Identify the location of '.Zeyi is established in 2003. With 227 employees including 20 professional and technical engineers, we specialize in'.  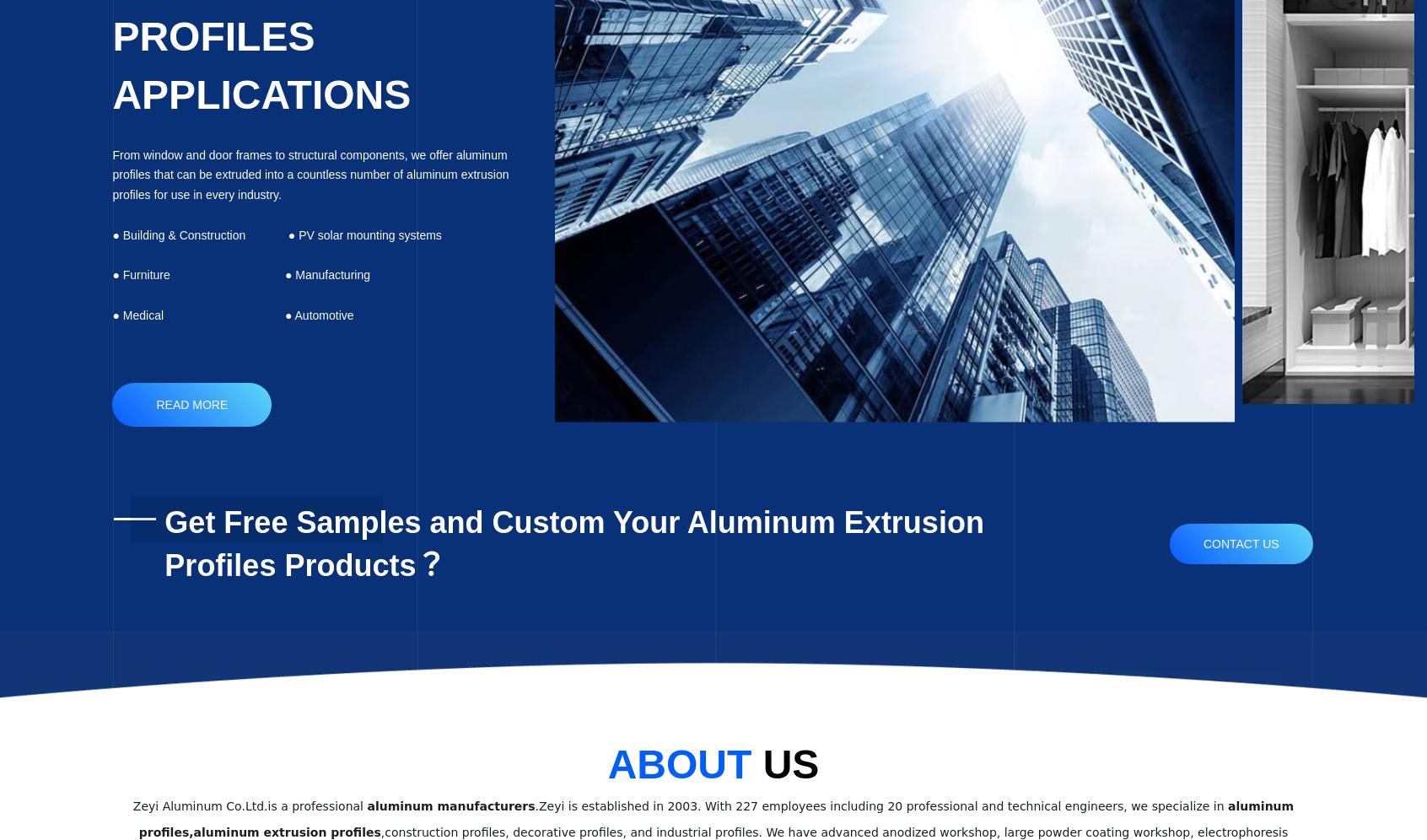
(880, 805).